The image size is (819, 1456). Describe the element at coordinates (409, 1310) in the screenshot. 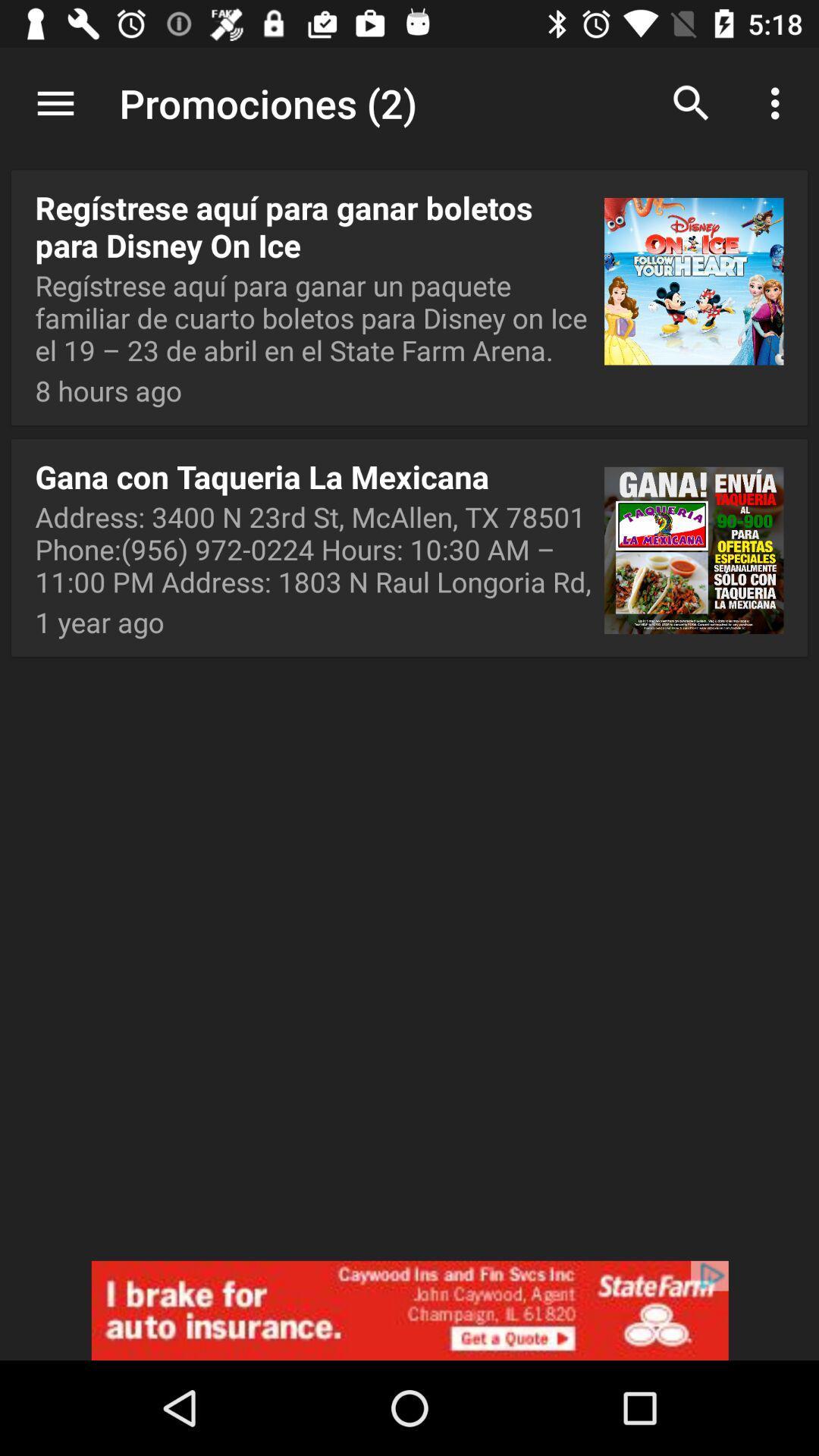

I see `state farm advertisement` at that location.